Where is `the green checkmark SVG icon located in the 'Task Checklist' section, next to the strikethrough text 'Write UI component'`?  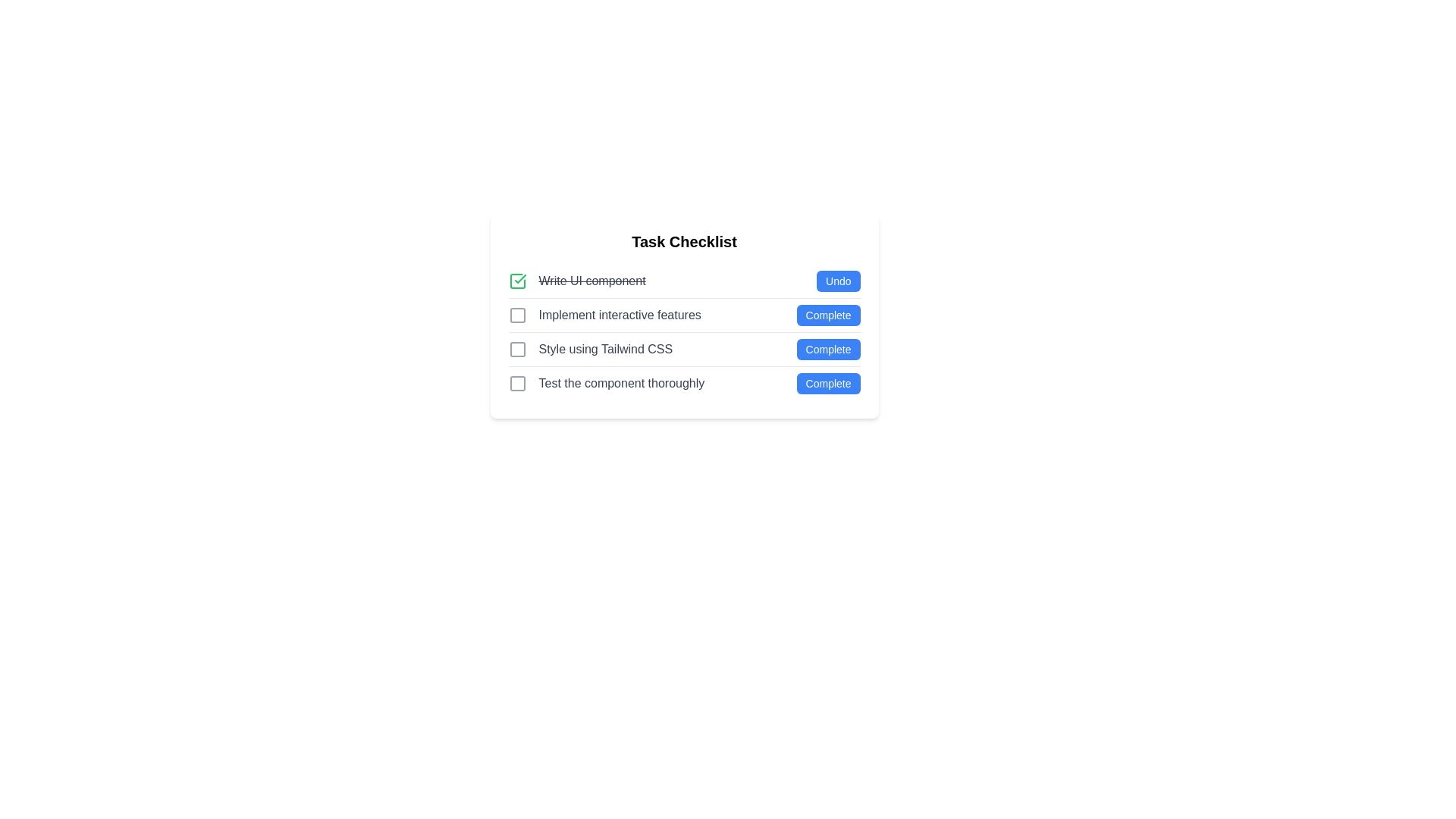
the green checkmark SVG icon located in the 'Task Checklist' section, next to the strikethrough text 'Write UI component' is located at coordinates (520, 278).